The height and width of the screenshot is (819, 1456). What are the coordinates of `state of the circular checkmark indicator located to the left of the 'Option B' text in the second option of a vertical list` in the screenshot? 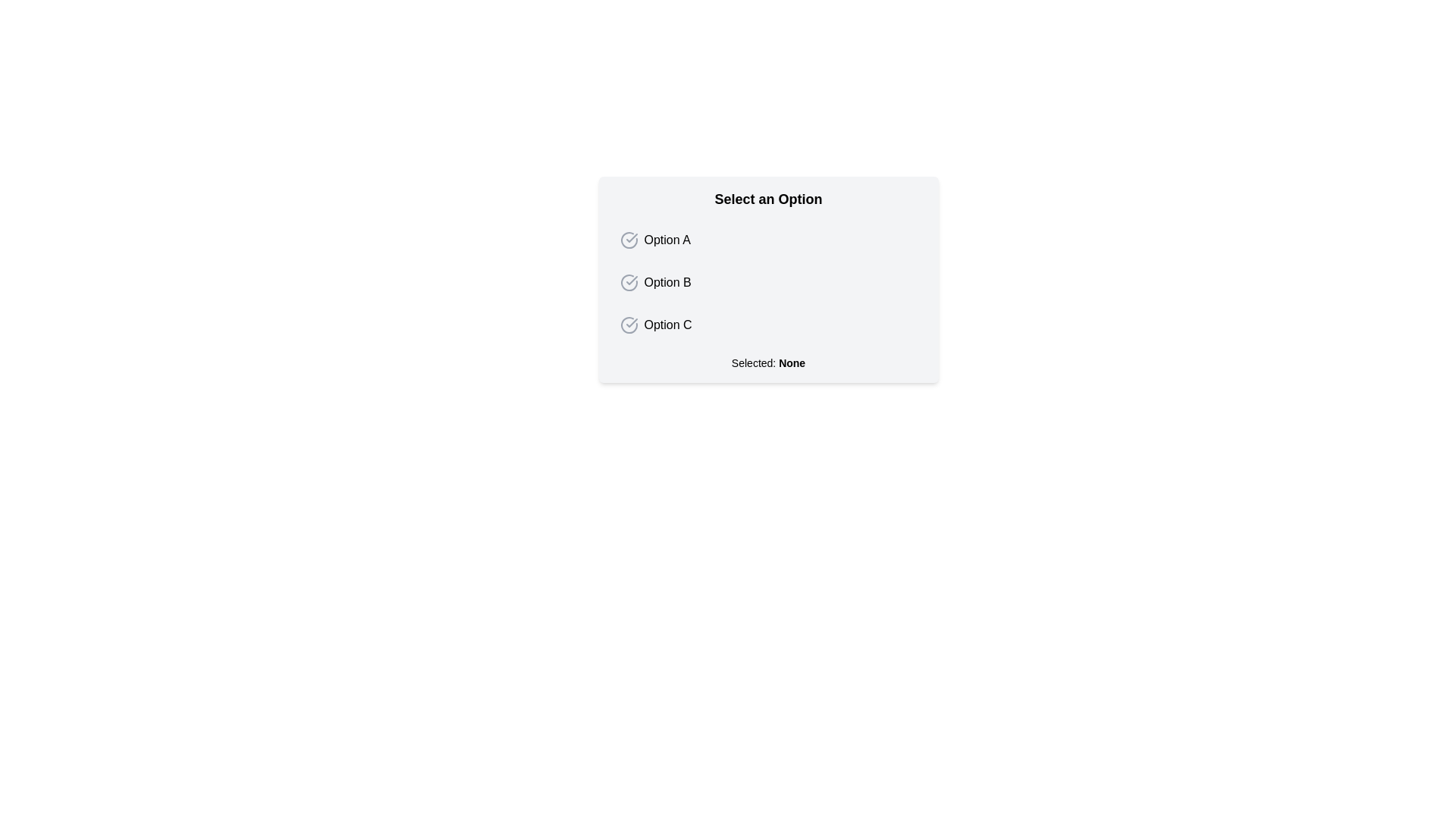 It's located at (629, 283).